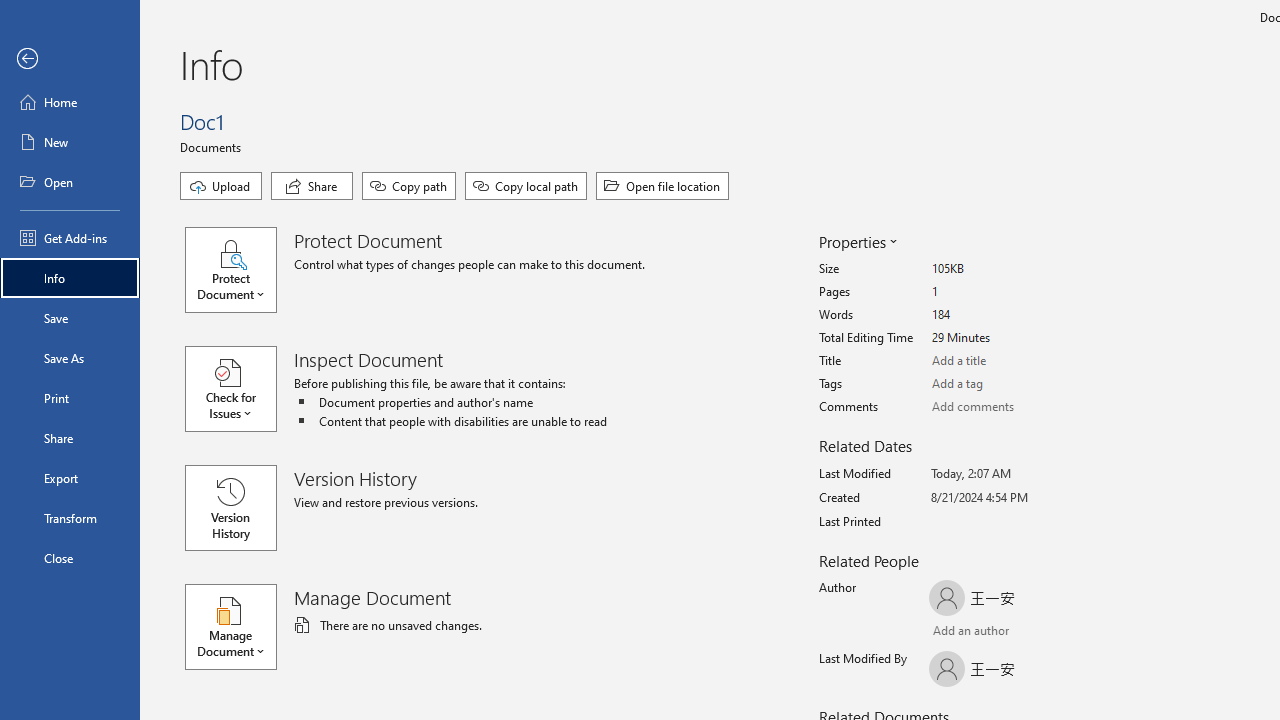 This screenshot has height=720, width=1280. I want to click on 'Verify Names', so click(984, 632).